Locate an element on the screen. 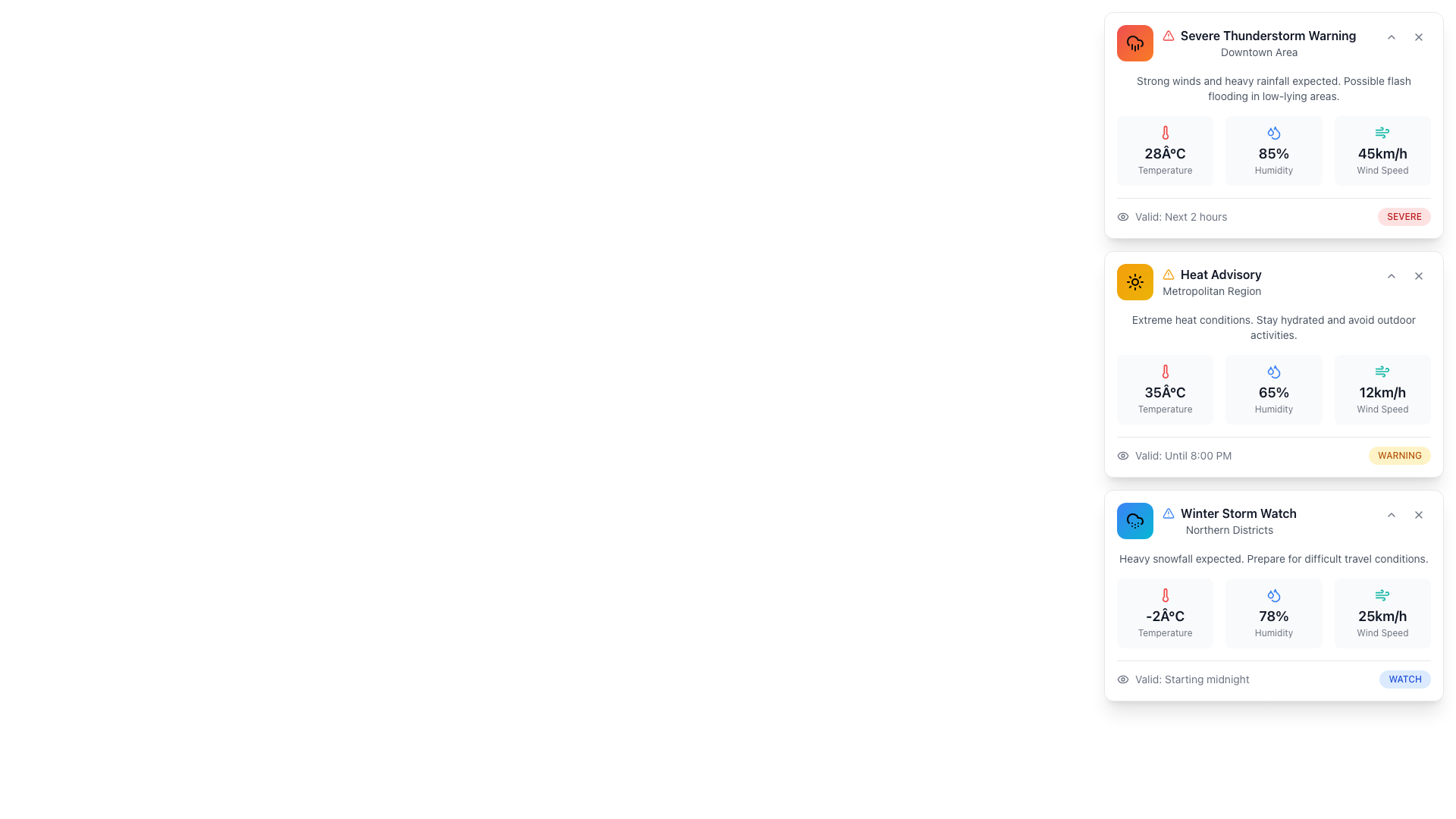  value displayed in the bold, medium-sized text labeled '35Â°C' located within the second card of the temperature-related information section is located at coordinates (1164, 391).